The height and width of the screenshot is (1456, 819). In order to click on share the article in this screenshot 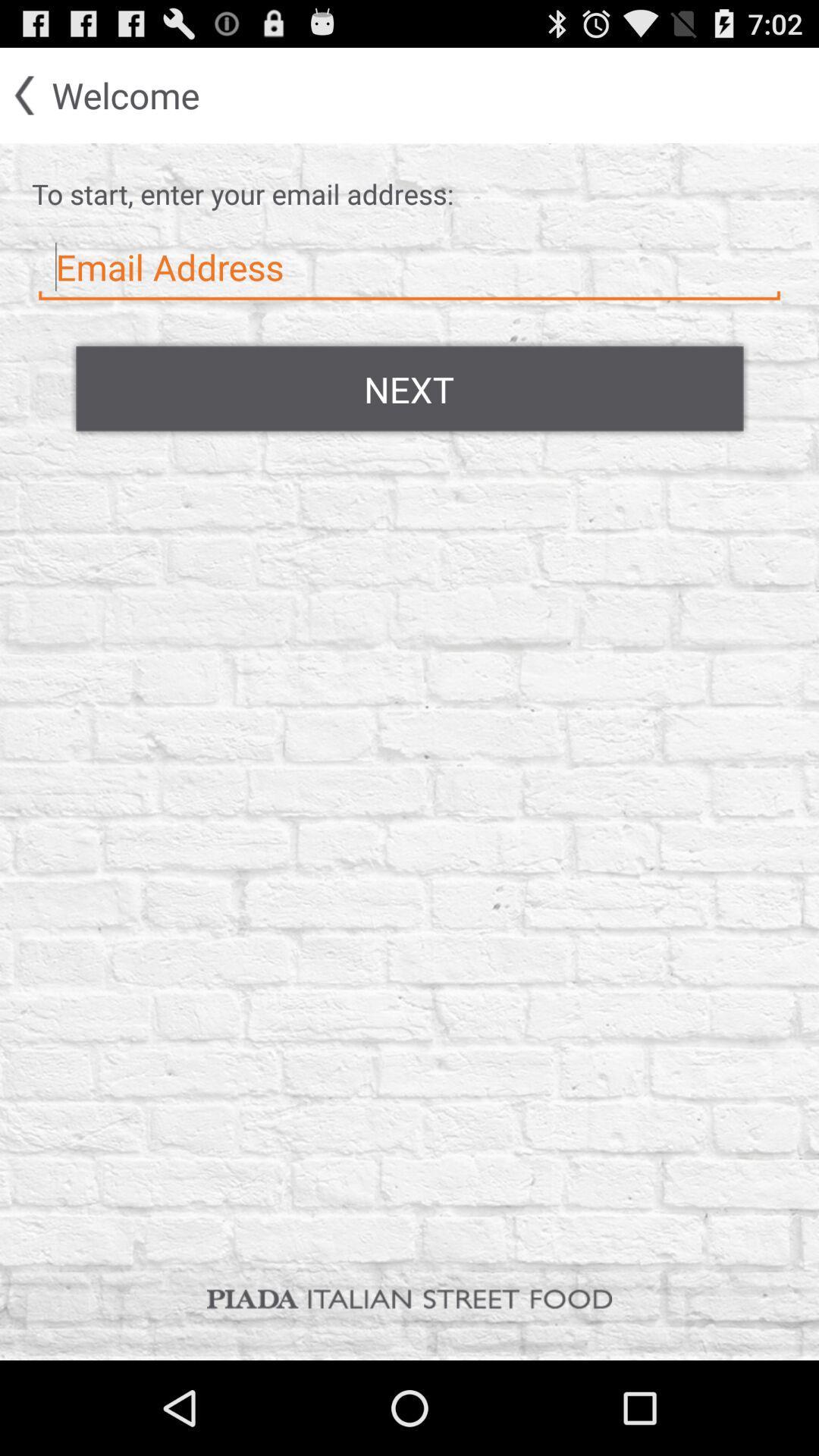, I will do `click(409, 268)`.